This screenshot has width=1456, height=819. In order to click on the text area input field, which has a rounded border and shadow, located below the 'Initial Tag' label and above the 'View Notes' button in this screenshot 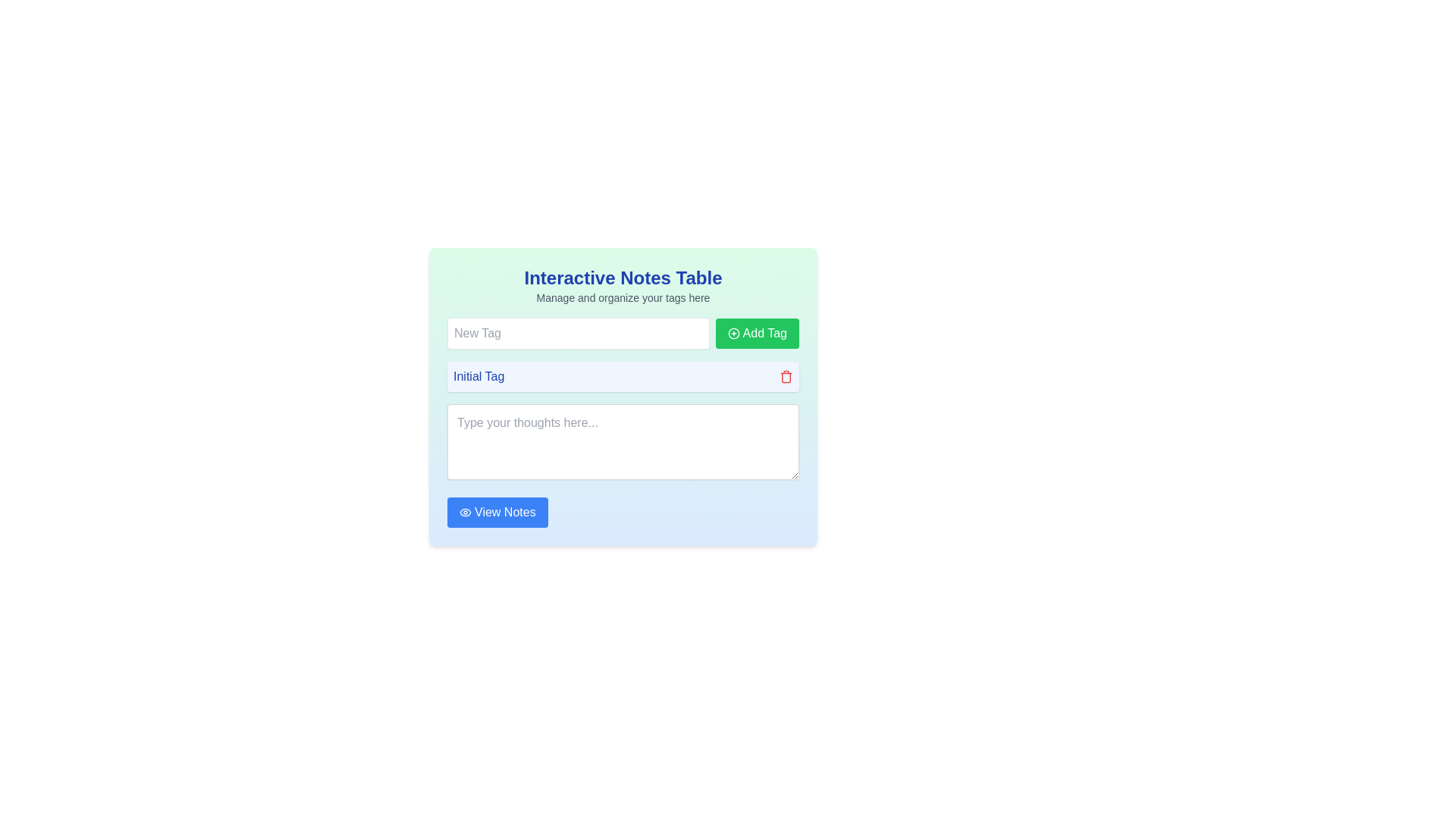, I will do `click(623, 441)`.